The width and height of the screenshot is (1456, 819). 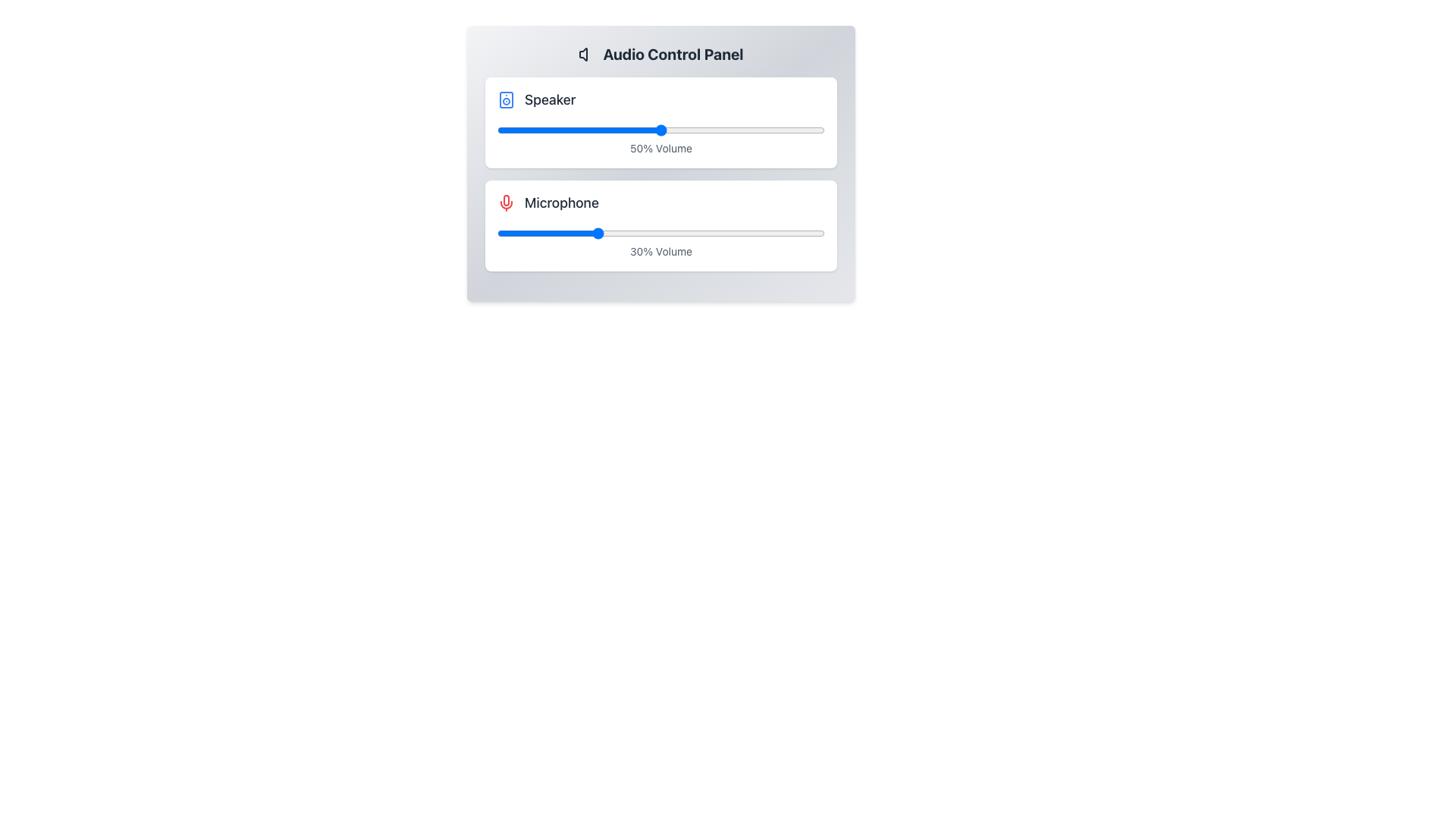 I want to click on the speaker volume, so click(x=795, y=130).